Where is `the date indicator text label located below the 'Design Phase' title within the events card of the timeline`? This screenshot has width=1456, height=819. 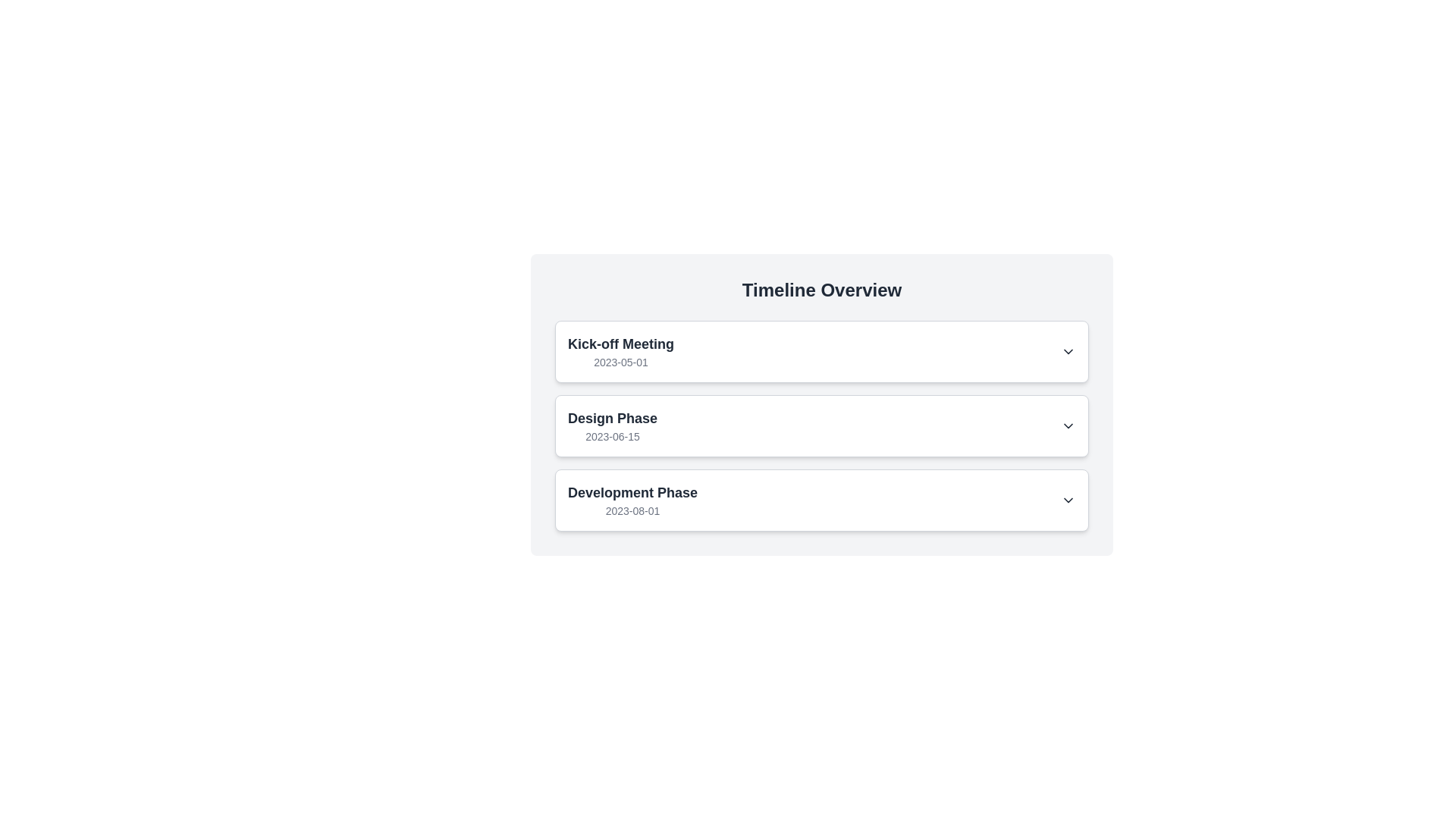 the date indicator text label located below the 'Design Phase' title within the events card of the timeline is located at coordinates (612, 436).